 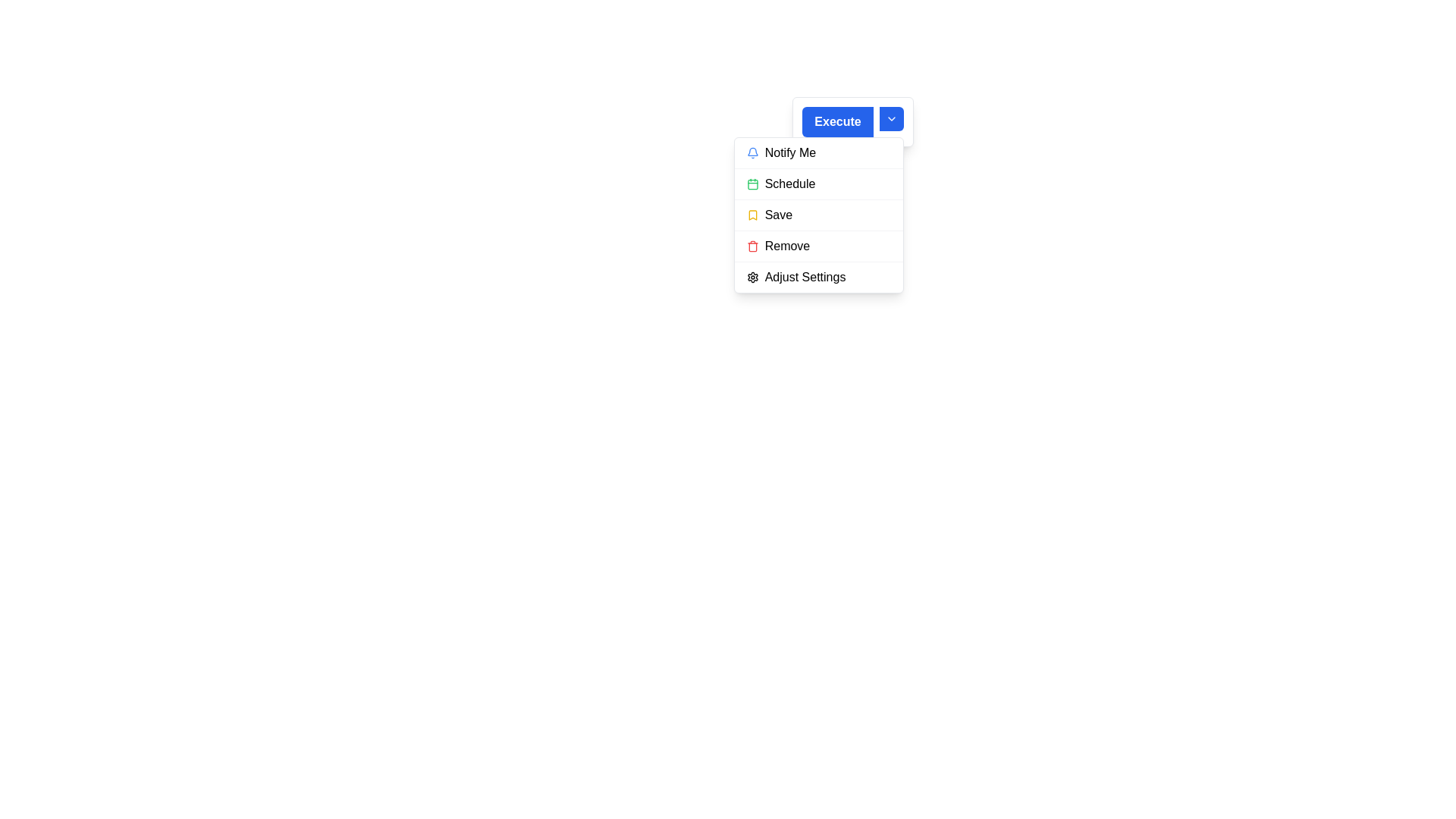 What do you see at coordinates (817, 215) in the screenshot?
I see `to select the 'Save' menu item in the dropdown menu, which is the third item from the top, located below the 'Execute' button` at bounding box center [817, 215].